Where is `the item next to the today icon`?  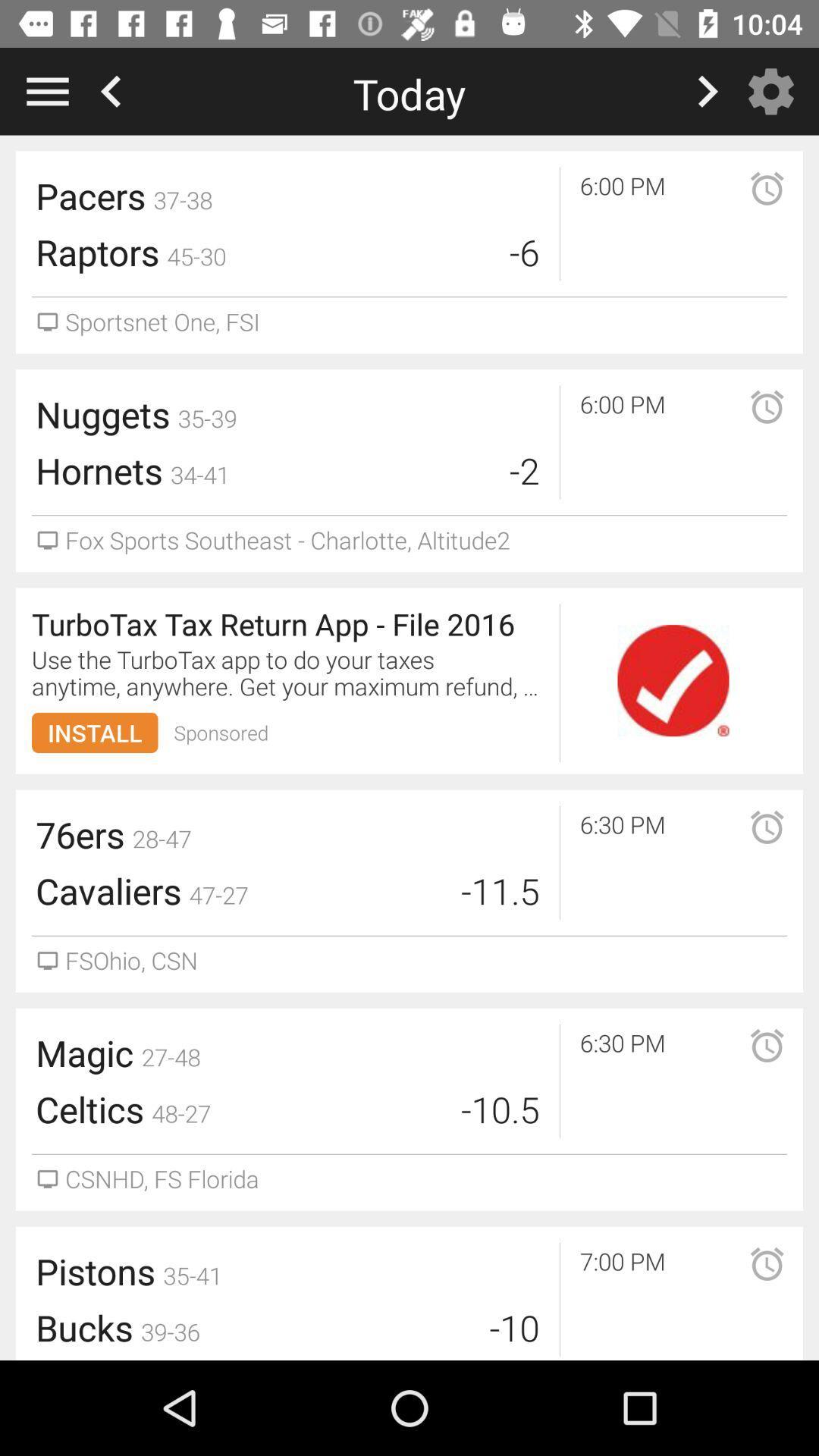
the item next to the today icon is located at coordinates (775, 90).